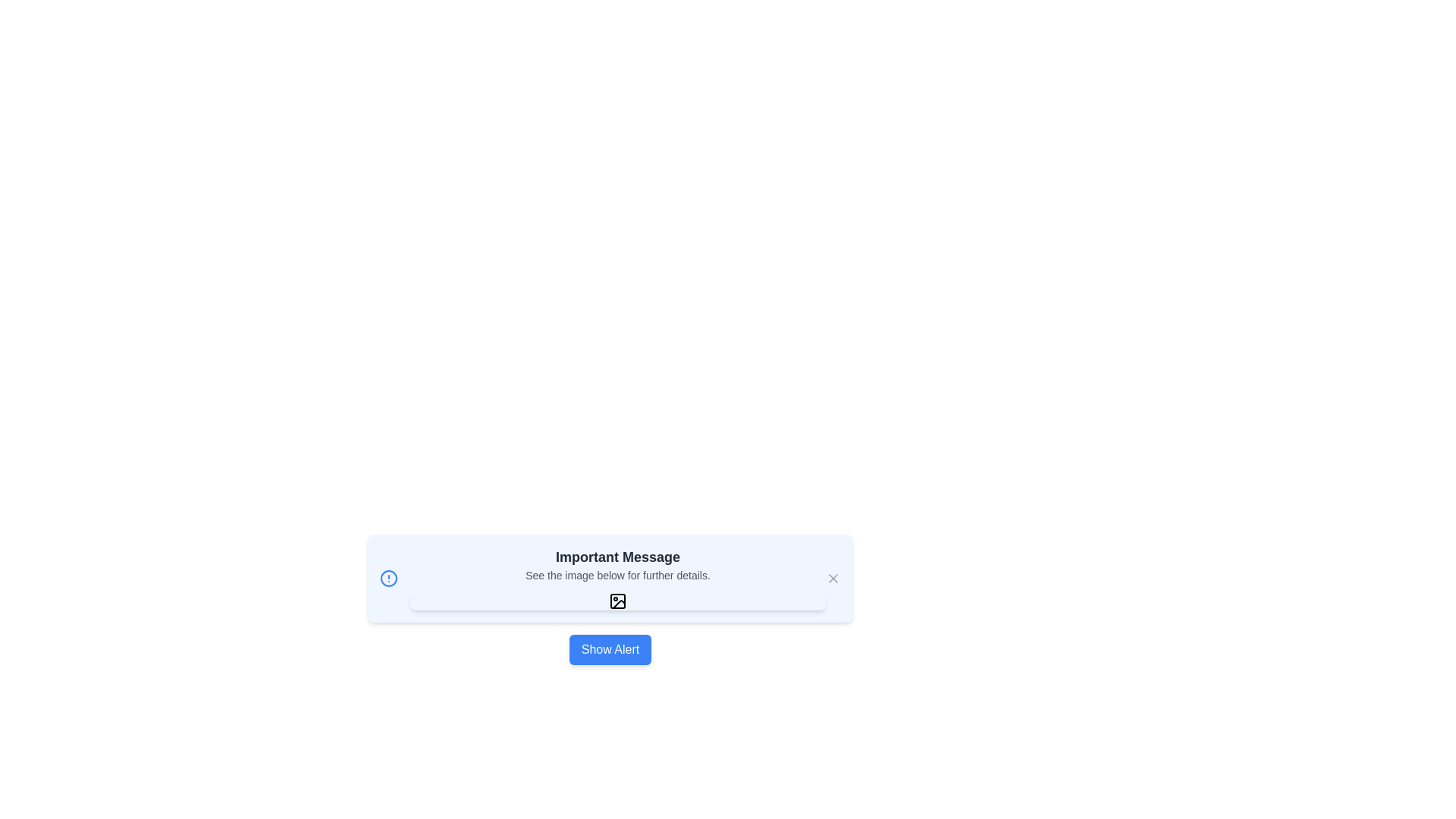 This screenshot has height=819, width=1456. I want to click on close button on the alert to close it, so click(833, 579).